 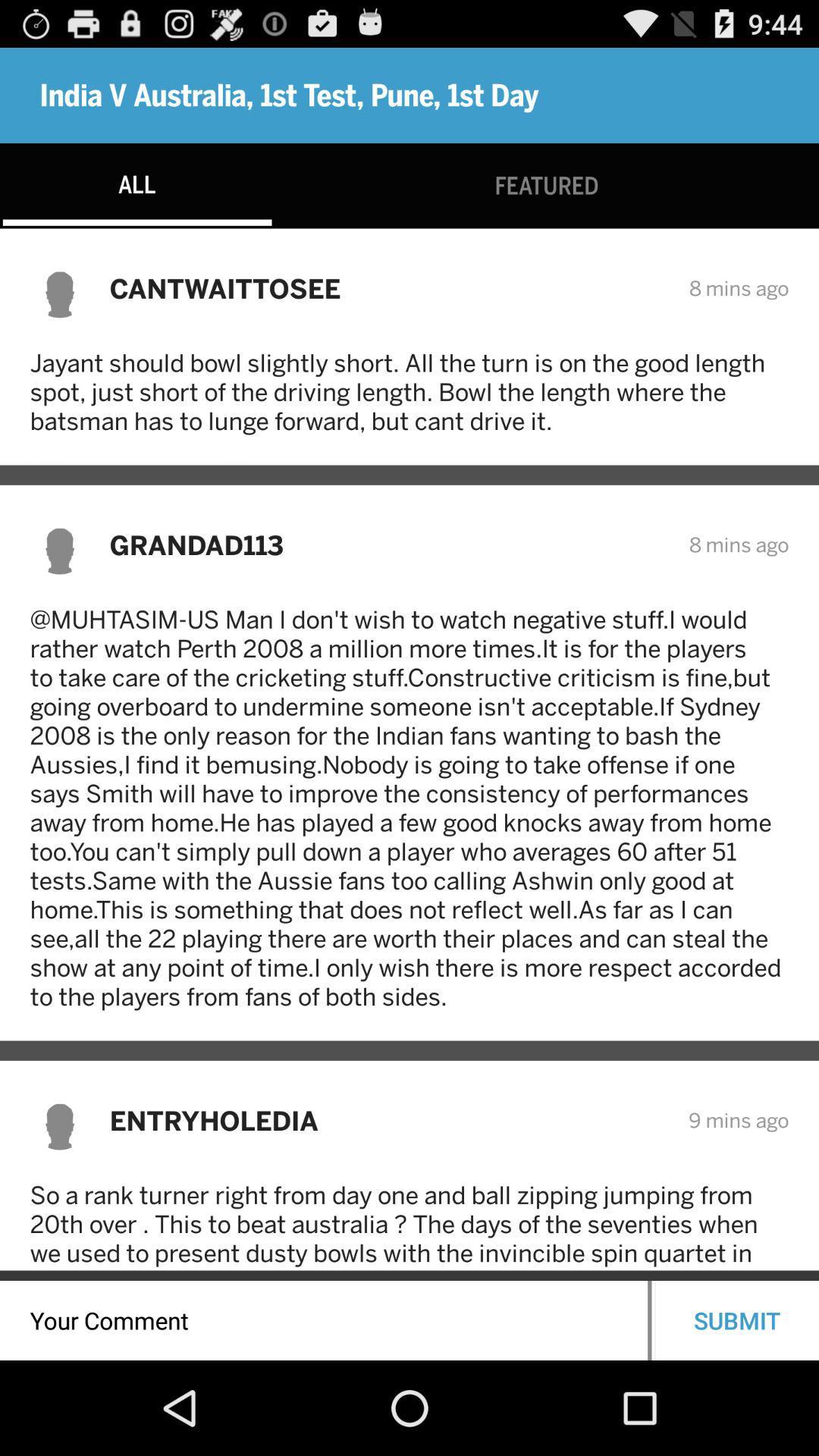 I want to click on comment field, so click(x=323, y=1319).